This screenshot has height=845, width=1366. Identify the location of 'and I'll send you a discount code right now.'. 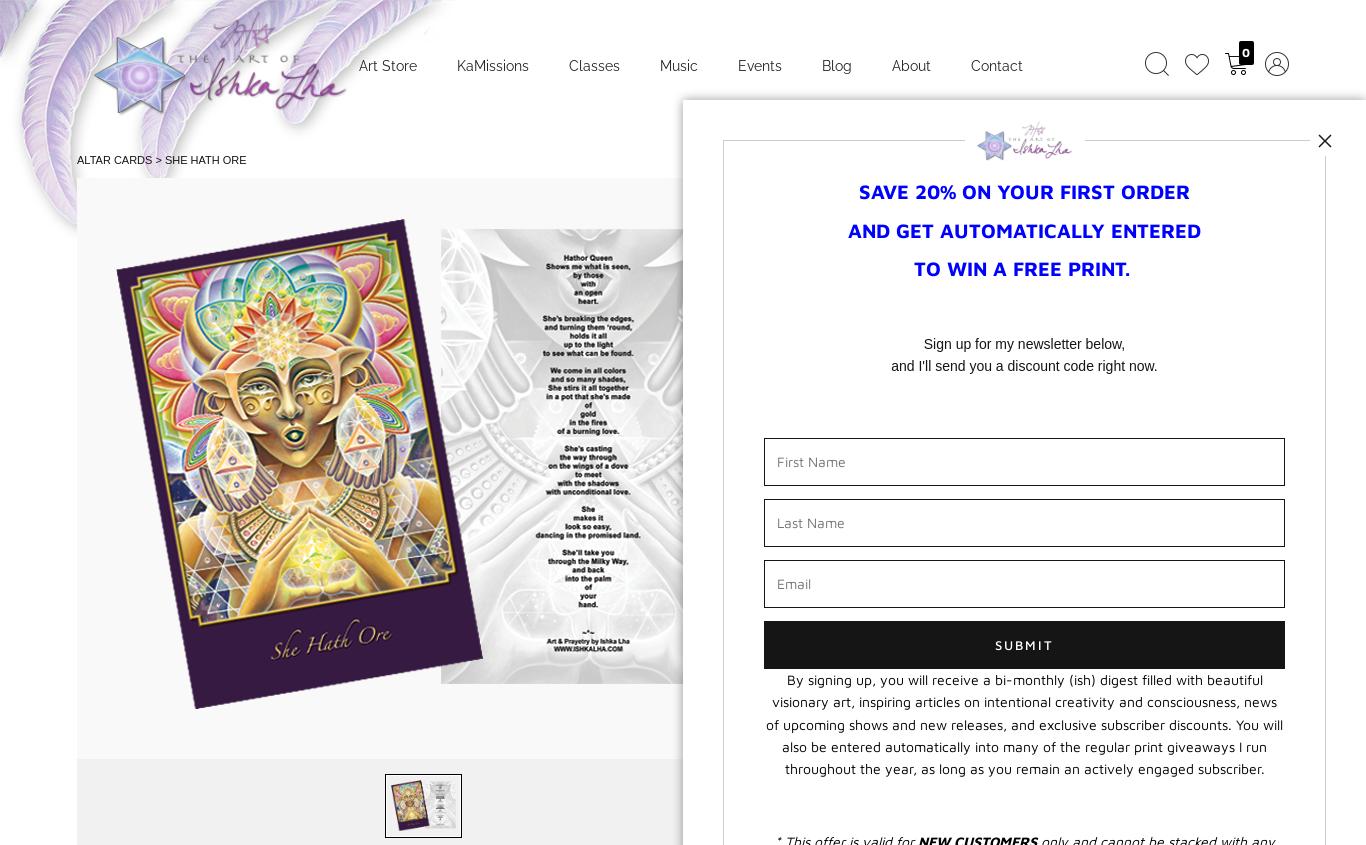
(1023, 364).